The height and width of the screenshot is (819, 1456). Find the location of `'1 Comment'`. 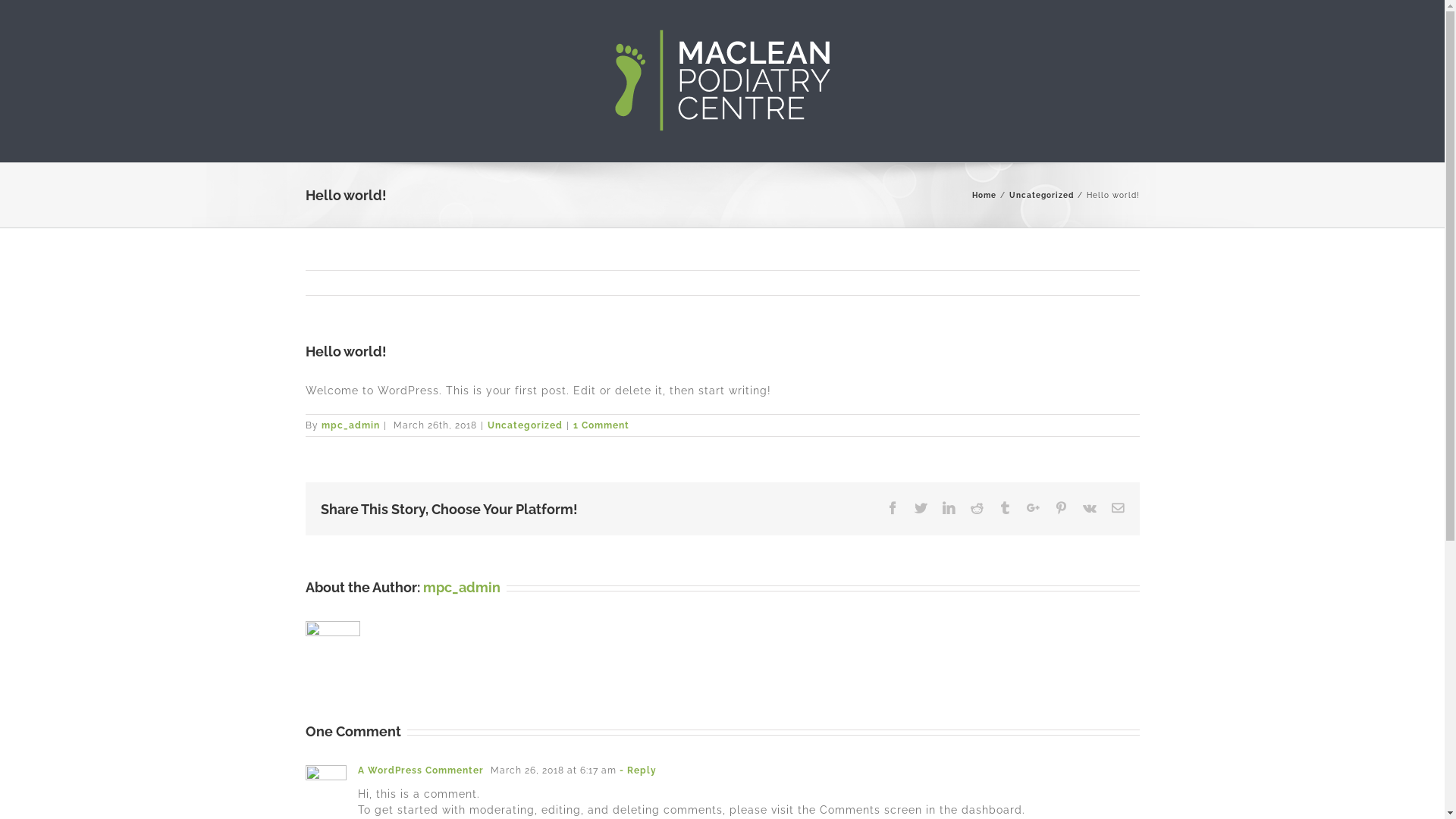

'1 Comment' is located at coordinates (572, 425).